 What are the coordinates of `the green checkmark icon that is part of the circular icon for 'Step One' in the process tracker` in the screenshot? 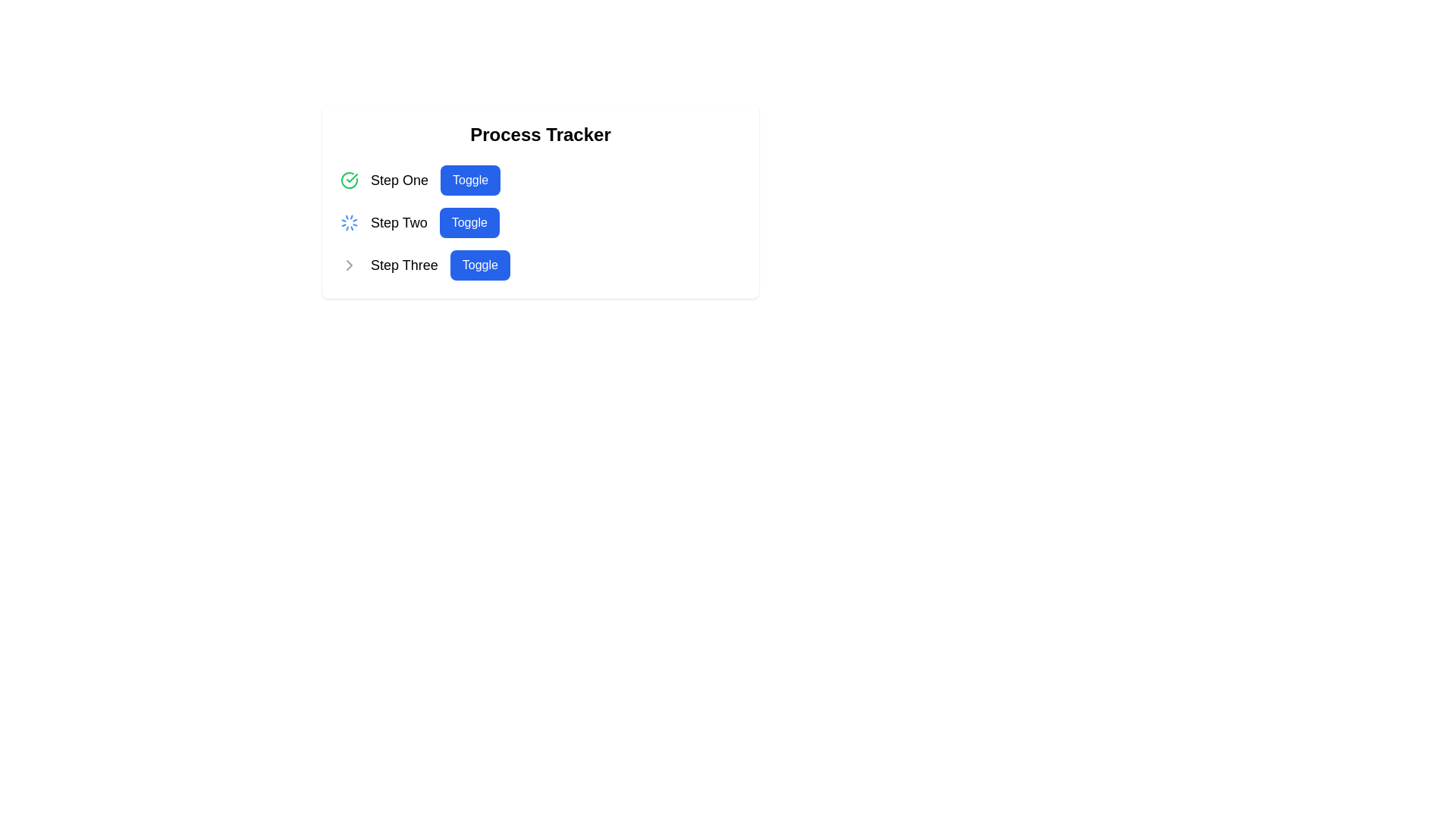 It's located at (348, 180).